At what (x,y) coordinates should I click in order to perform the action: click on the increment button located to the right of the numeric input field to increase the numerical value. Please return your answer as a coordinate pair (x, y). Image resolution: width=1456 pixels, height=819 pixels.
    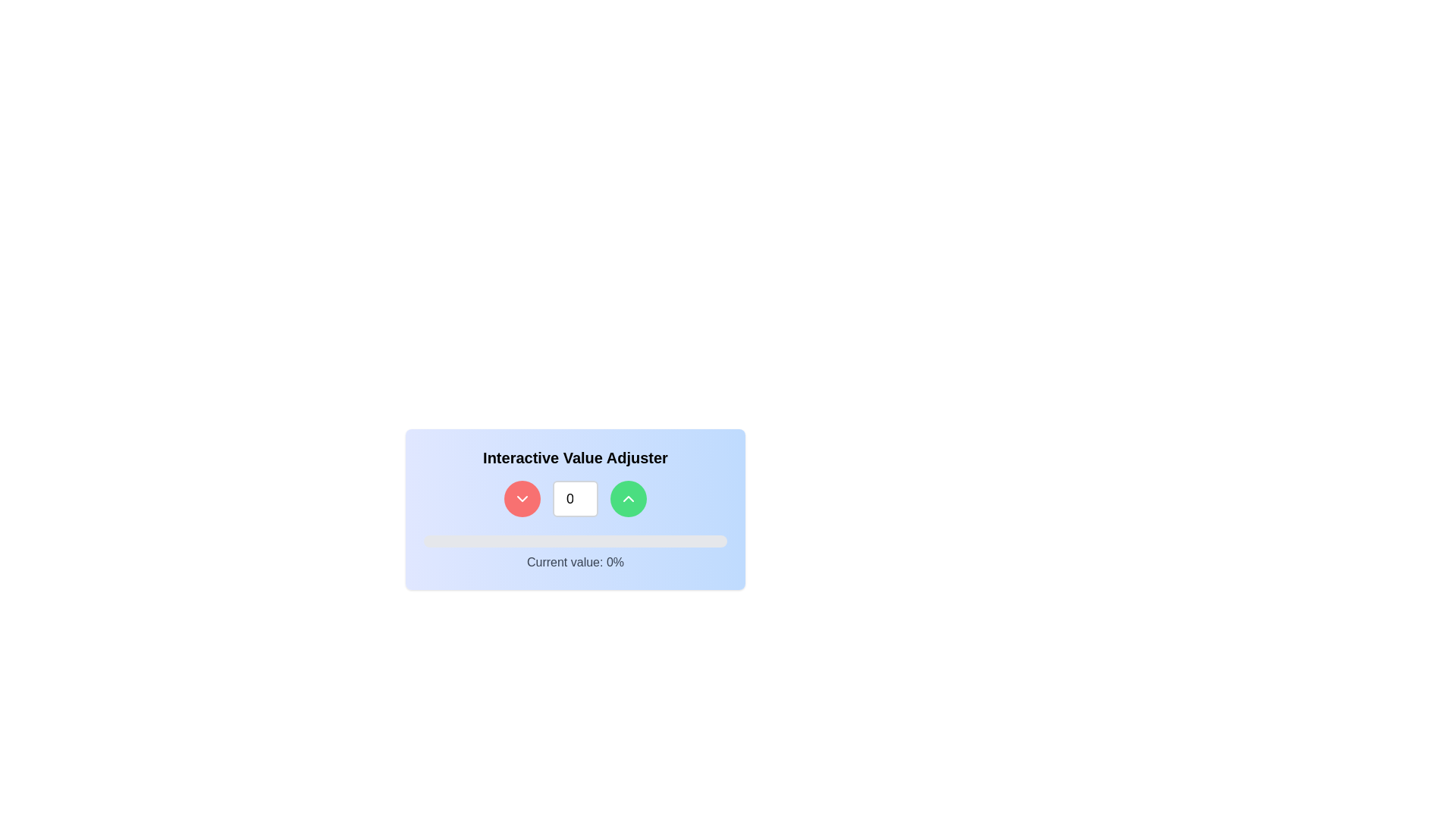
    Looking at the image, I should click on (629, 499).